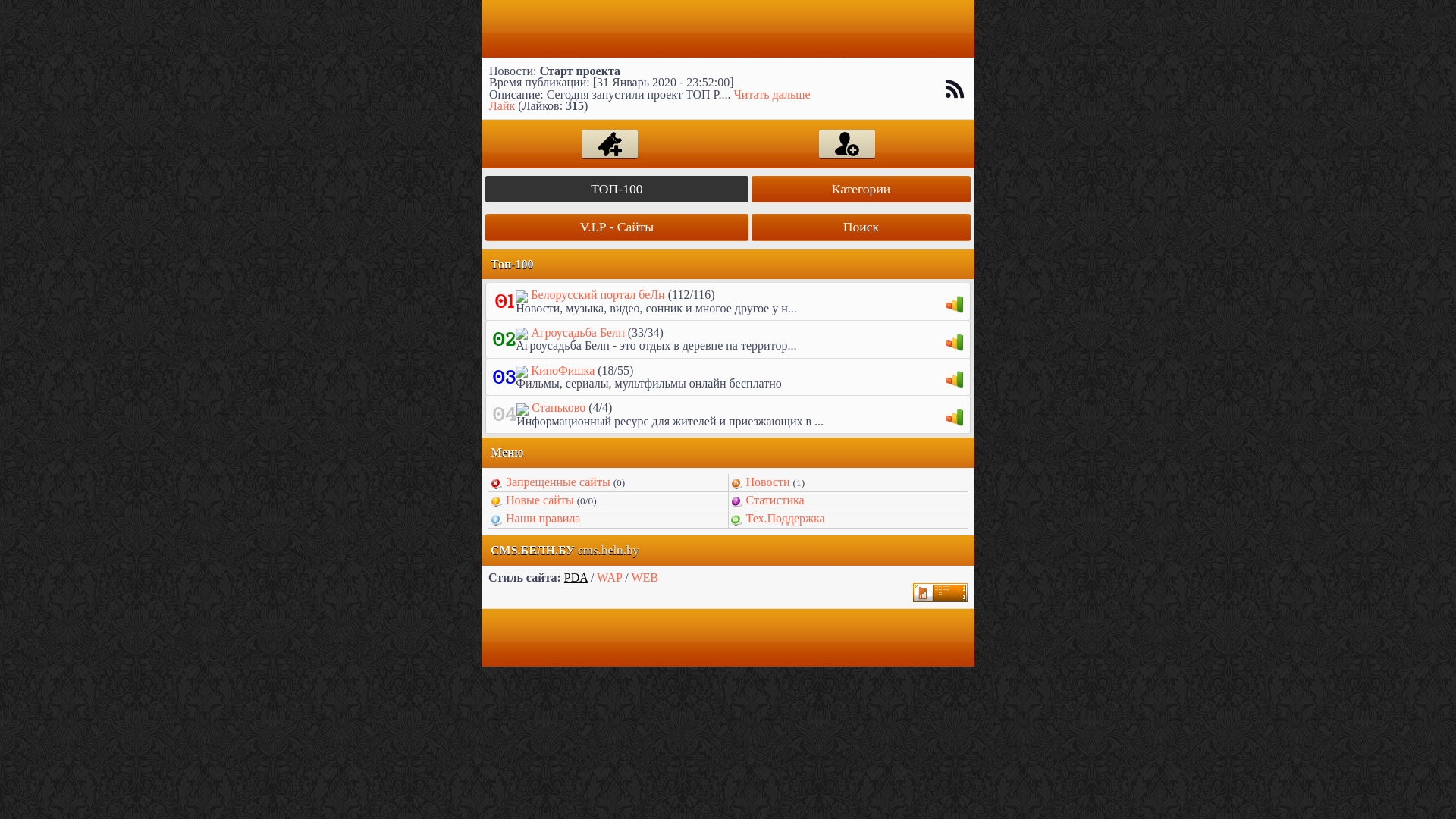  Describe the element at coordinates (608, 550) in the screenshot. I see `'cms.beln.by'` at that location.